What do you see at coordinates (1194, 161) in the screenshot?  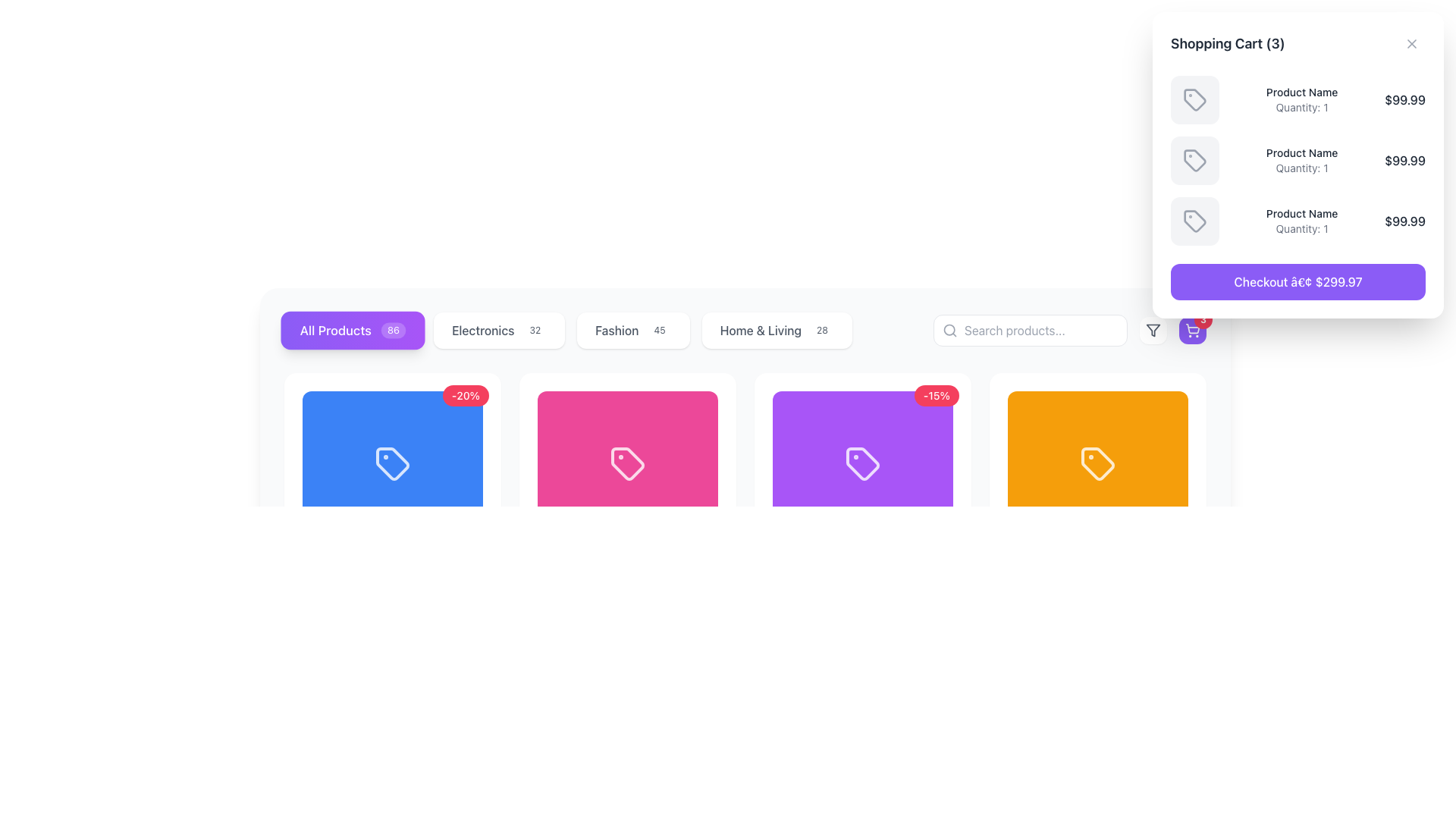 I see `the tag-like icon` at bounding box center [1194, 161].